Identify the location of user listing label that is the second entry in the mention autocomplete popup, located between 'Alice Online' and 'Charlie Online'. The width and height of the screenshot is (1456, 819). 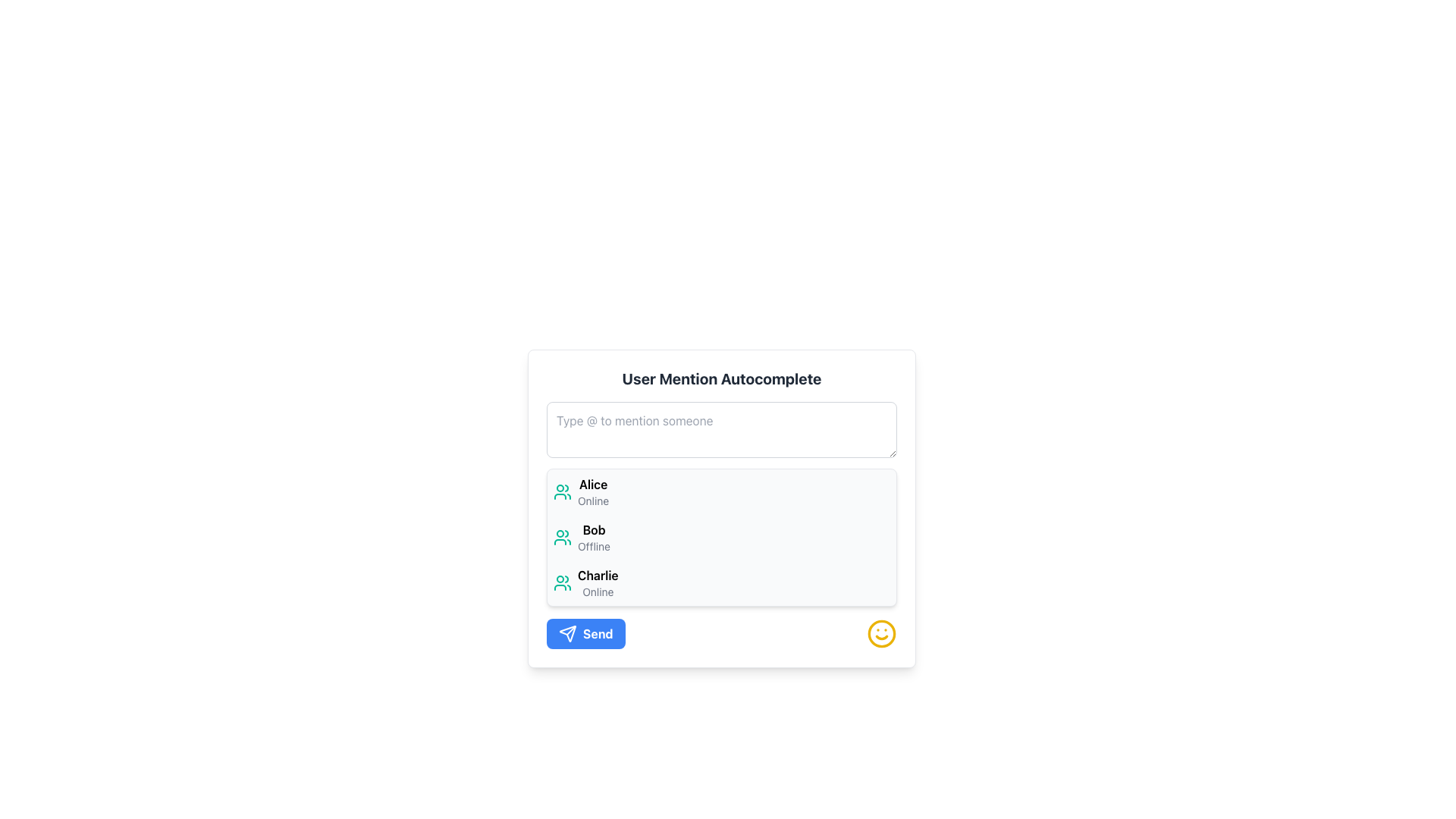
(593, 537).